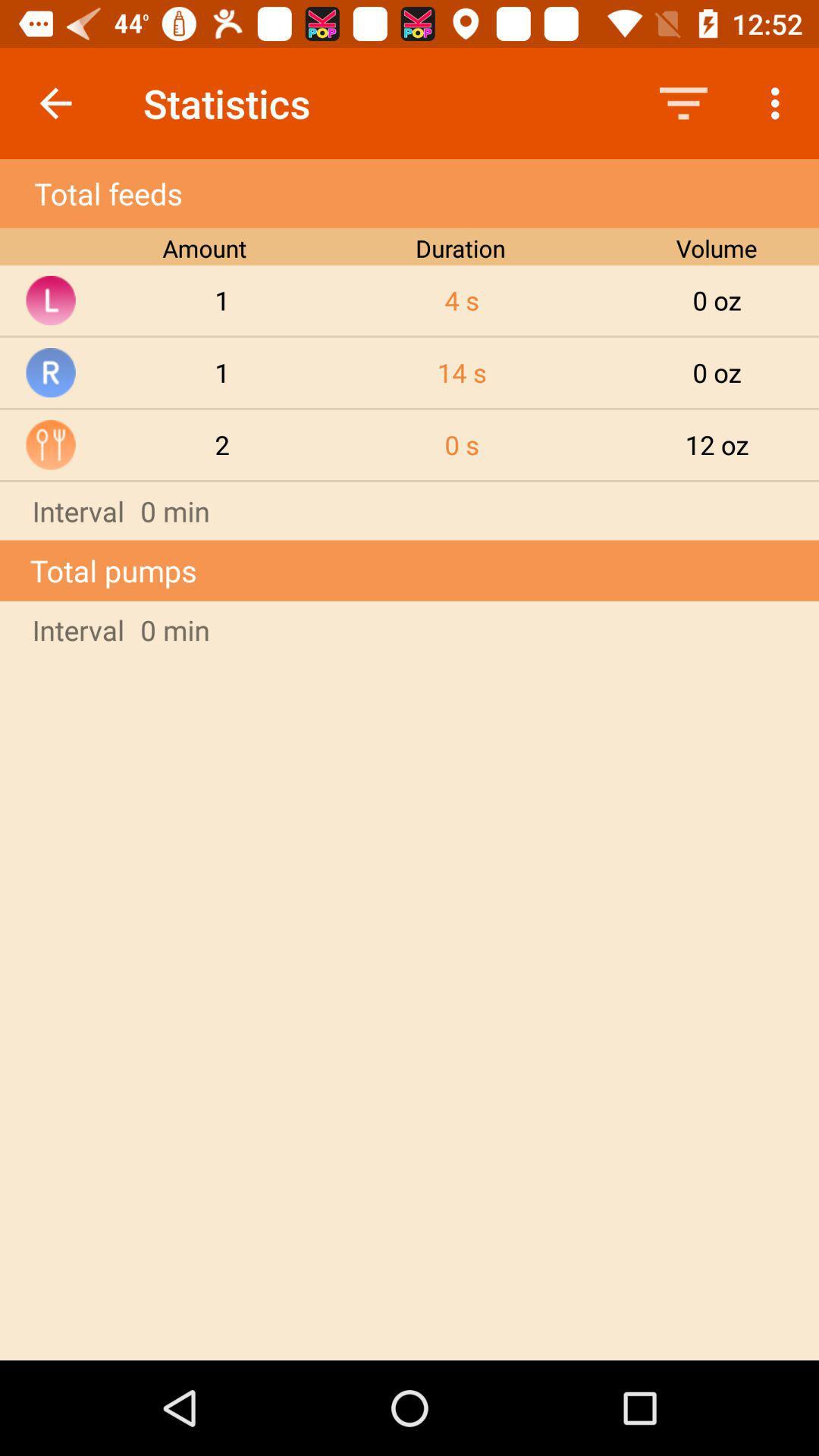 The width and height of the screenshot is (819, 1456). What do you see at coordinates (461, 444) in the screenshot?
I see `the item next to the 0 oz icon` at bounding box center [461, 444].